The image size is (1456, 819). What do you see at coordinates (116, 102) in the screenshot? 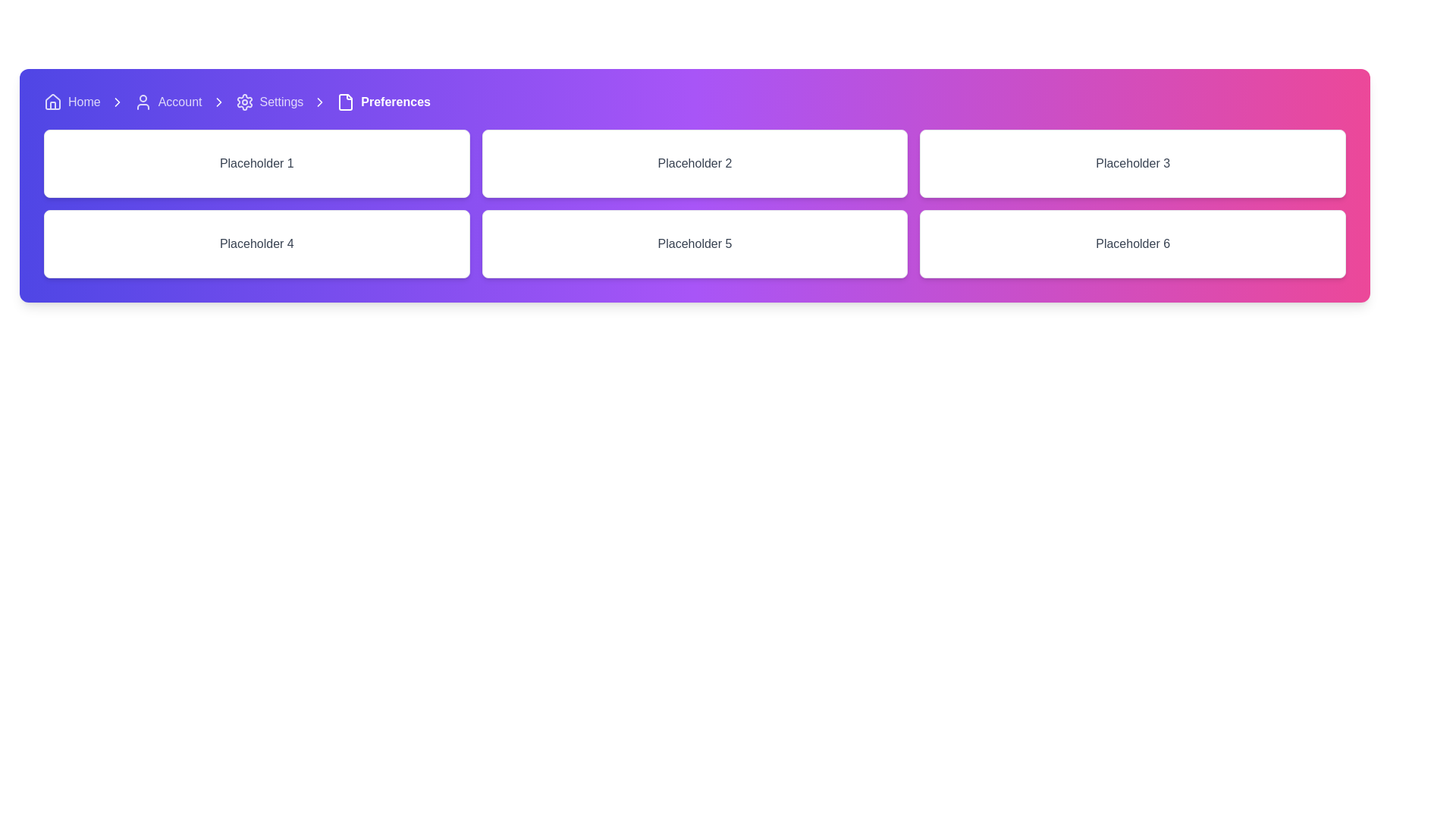
I see `the chevron arrow icon that serves as a separator between the 'Home' and 'Account' links in the breadcrumb navigation` at bounding box center [116, 102].